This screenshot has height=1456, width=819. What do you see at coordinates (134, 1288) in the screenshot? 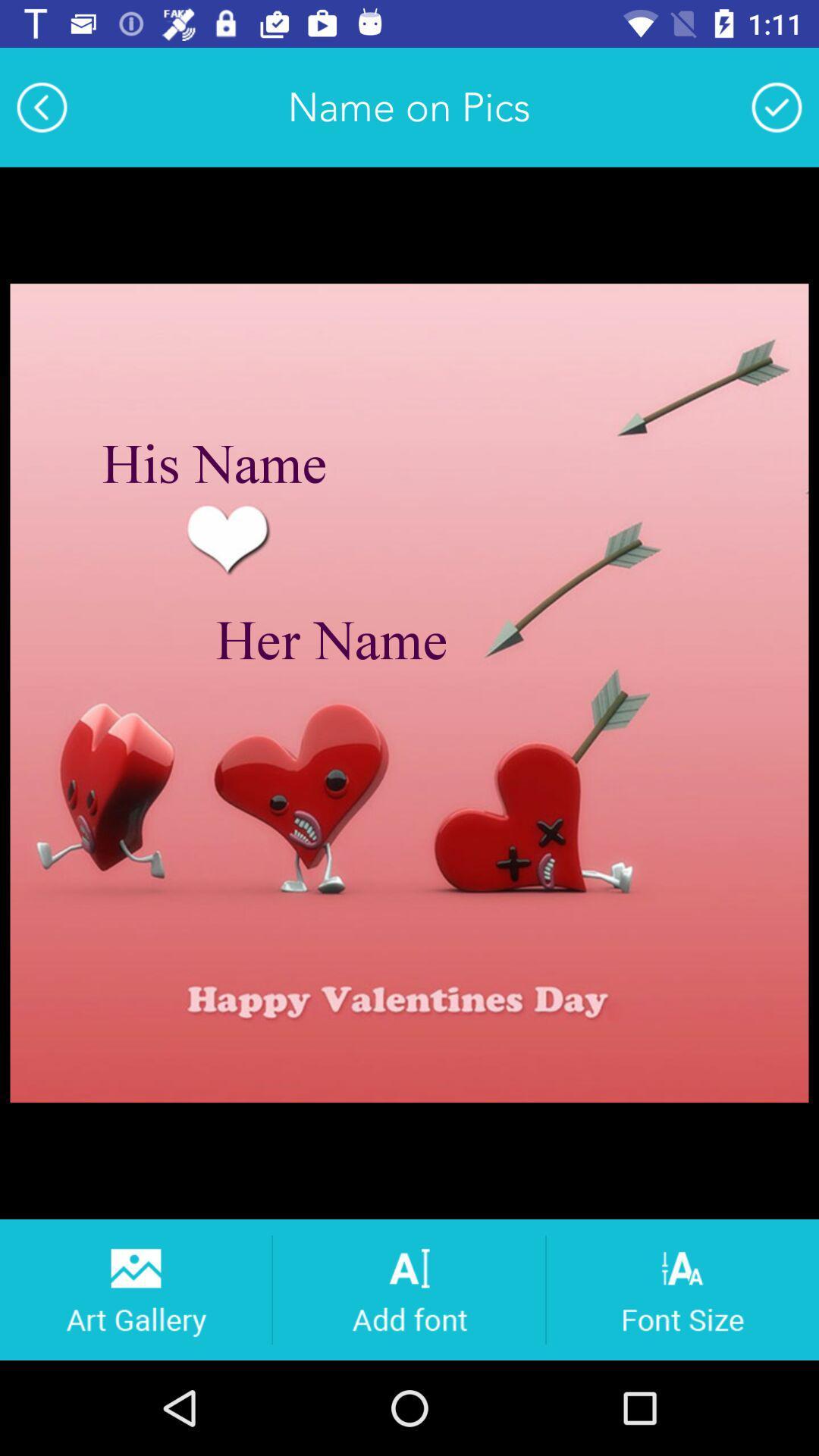
I see `art gallery option` at bounding box center [134, 1288].